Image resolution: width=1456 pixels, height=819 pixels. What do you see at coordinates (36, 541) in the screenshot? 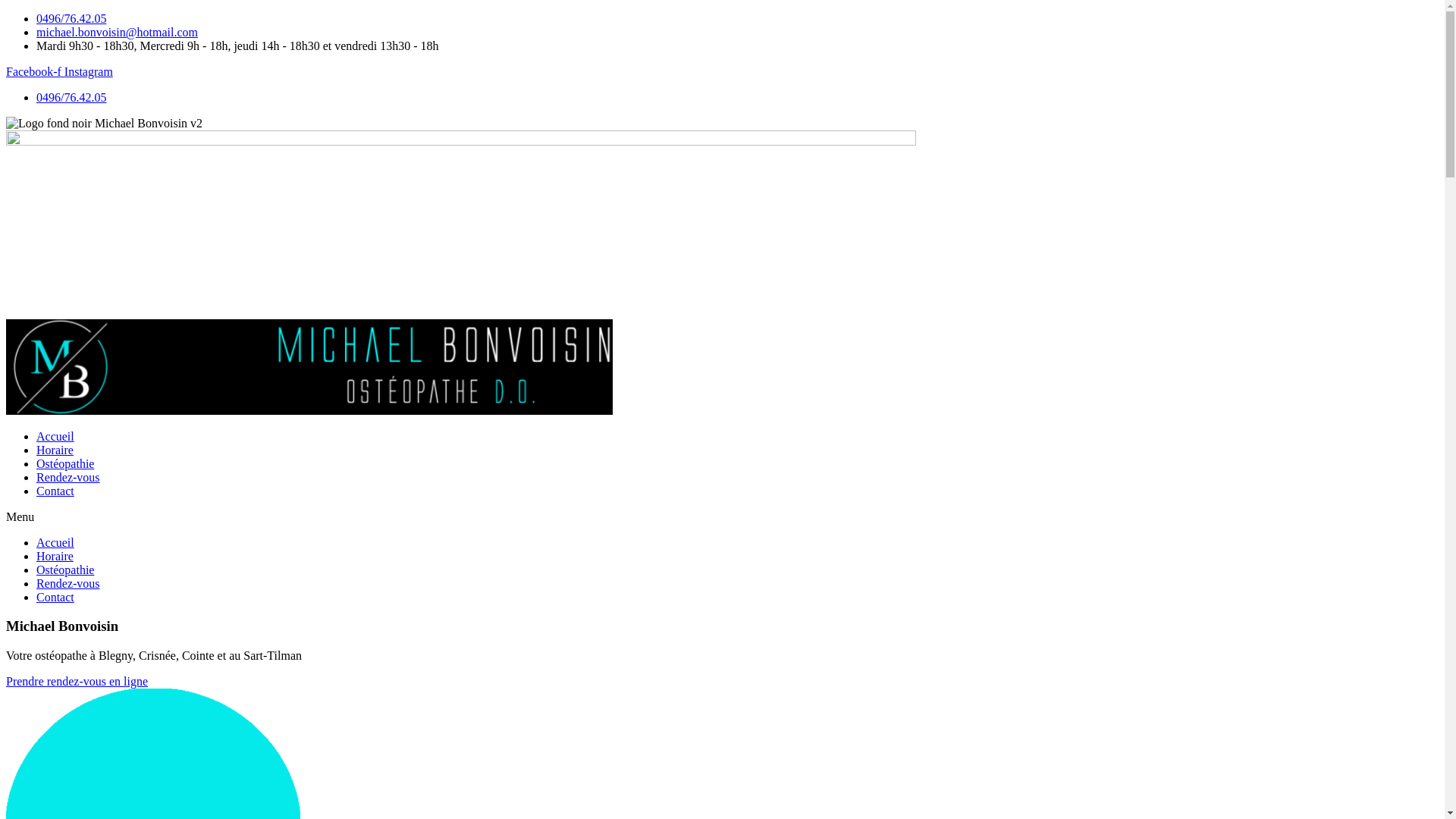
I see `'Accueil'` at bounding box center [36, 541].